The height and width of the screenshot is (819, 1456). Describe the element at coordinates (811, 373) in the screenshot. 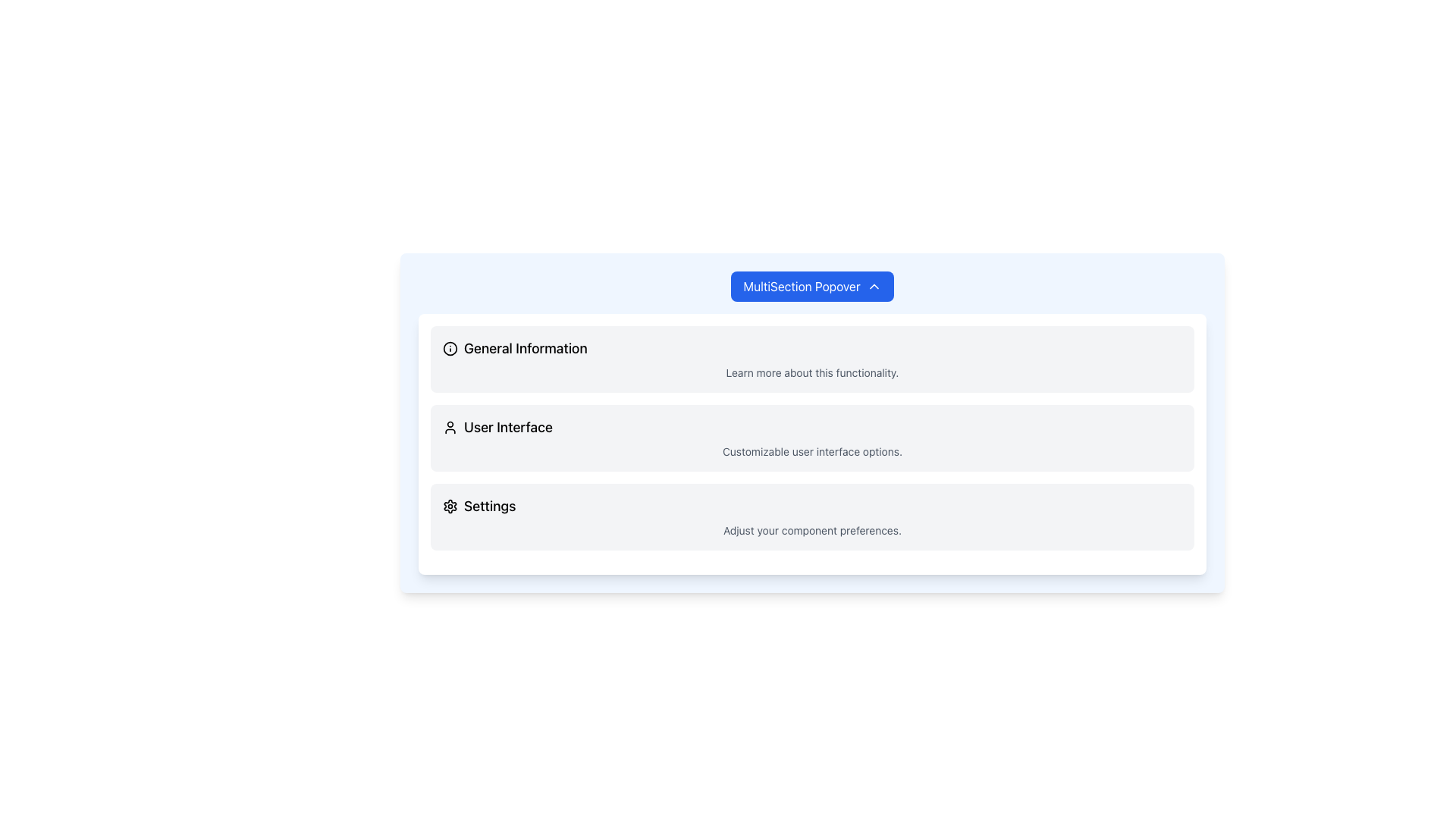

I see `the informative label located at the bottom-right corner of the 'General Information' section, which follows the bold title 'General Information'` at that location.